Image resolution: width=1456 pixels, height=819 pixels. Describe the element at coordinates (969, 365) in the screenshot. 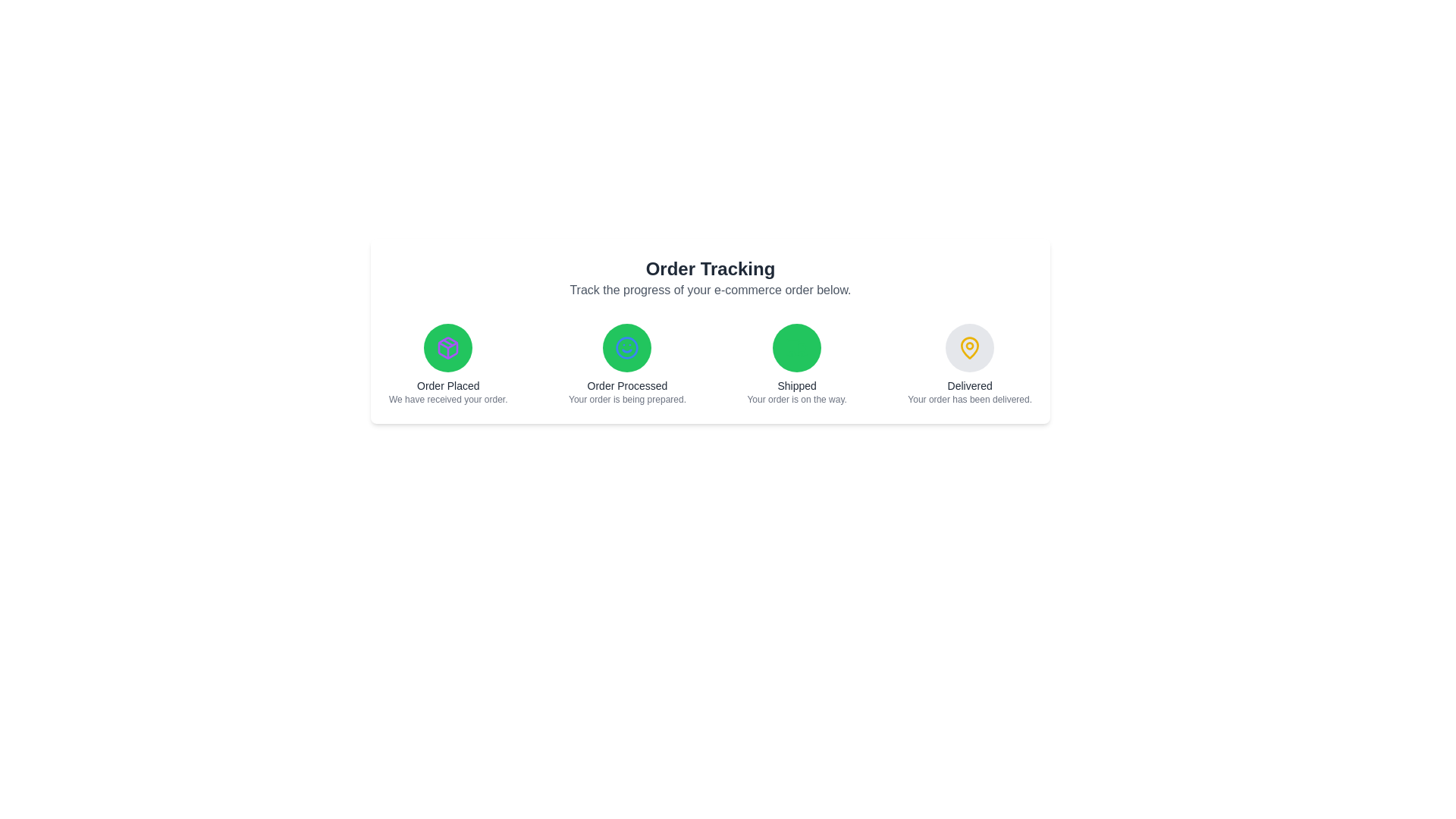

I see `the delivery status by interacting with the fourth step indicator in the progress tracker, which shows 'Delivered' and a map pin symbol` at that location.